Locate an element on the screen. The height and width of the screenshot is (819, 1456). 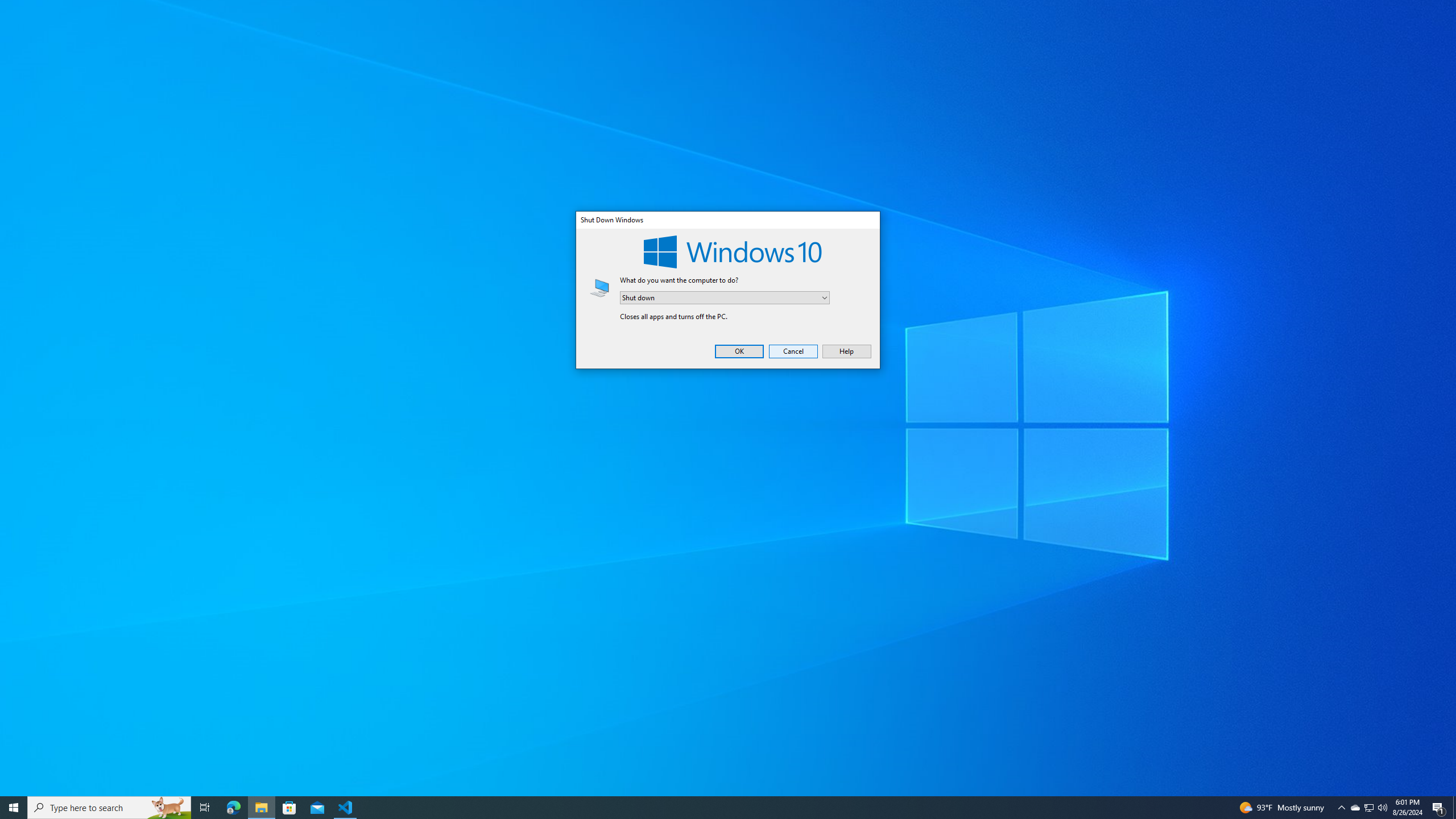
'OK' is located at coordinates (739, 350).